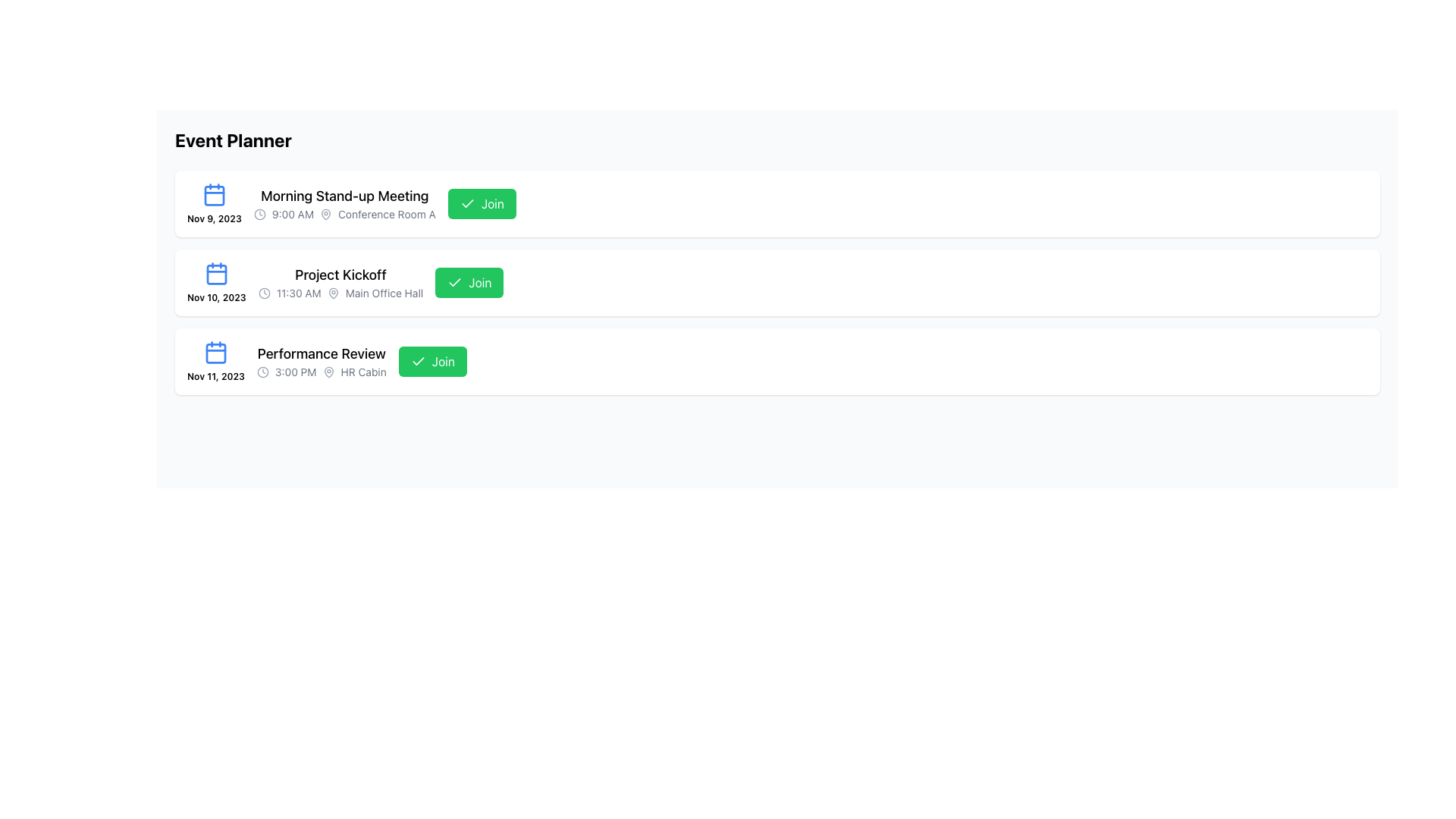 This screenshot has width=1456, height=819. Describe the element at coordinates (259, 214) in the screenshot. I see `the circular outline of the clock icon that represents the primary background of the clock, located next to the time text '9:00 AM' in the 'Morning Stand-up Meeting' entry` at that location.